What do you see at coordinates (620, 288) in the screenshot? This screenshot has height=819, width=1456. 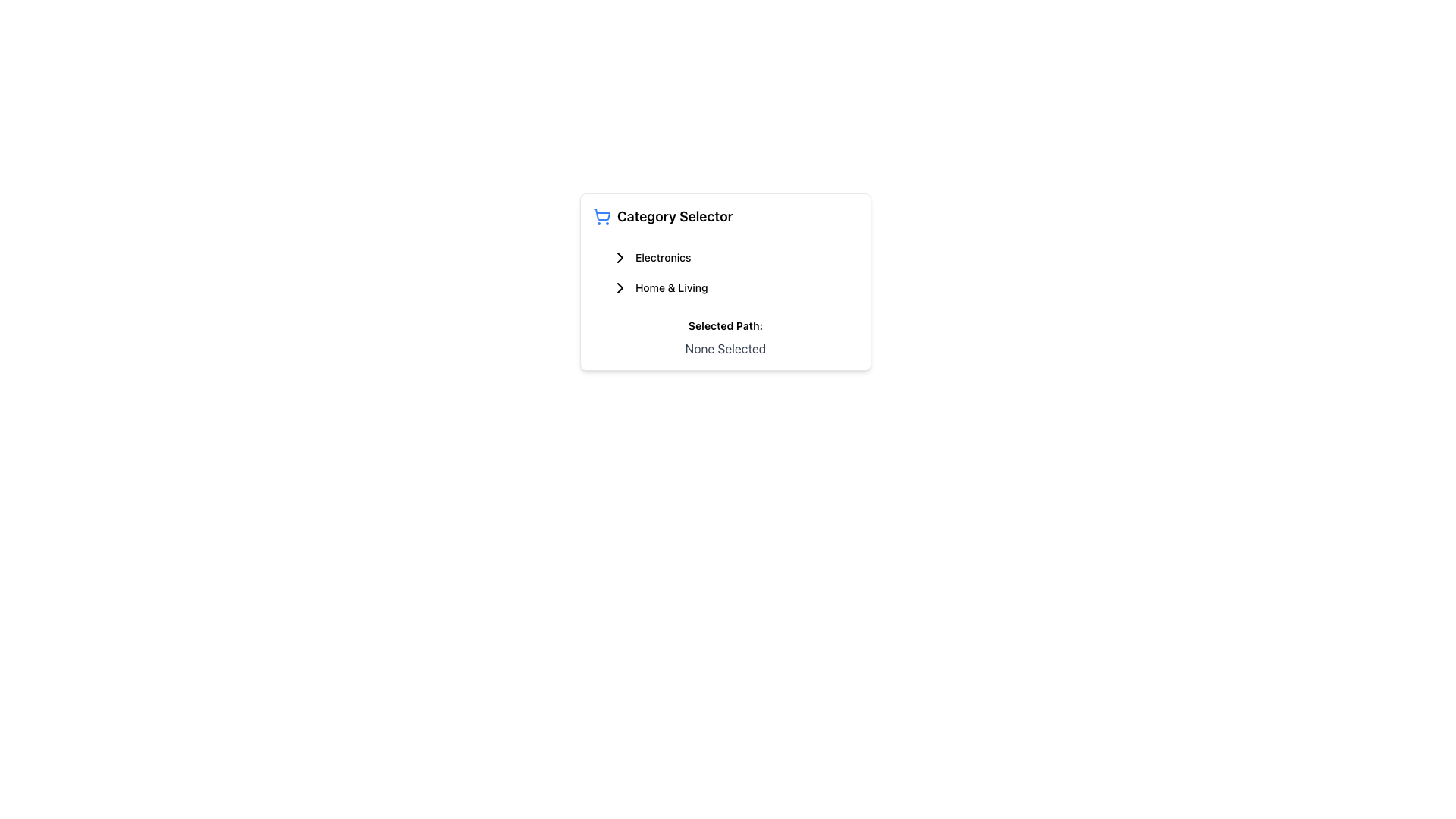 I see `the Chevron Icon adjacent to the 'Home & Living' text` at bounding box center [620, 288].